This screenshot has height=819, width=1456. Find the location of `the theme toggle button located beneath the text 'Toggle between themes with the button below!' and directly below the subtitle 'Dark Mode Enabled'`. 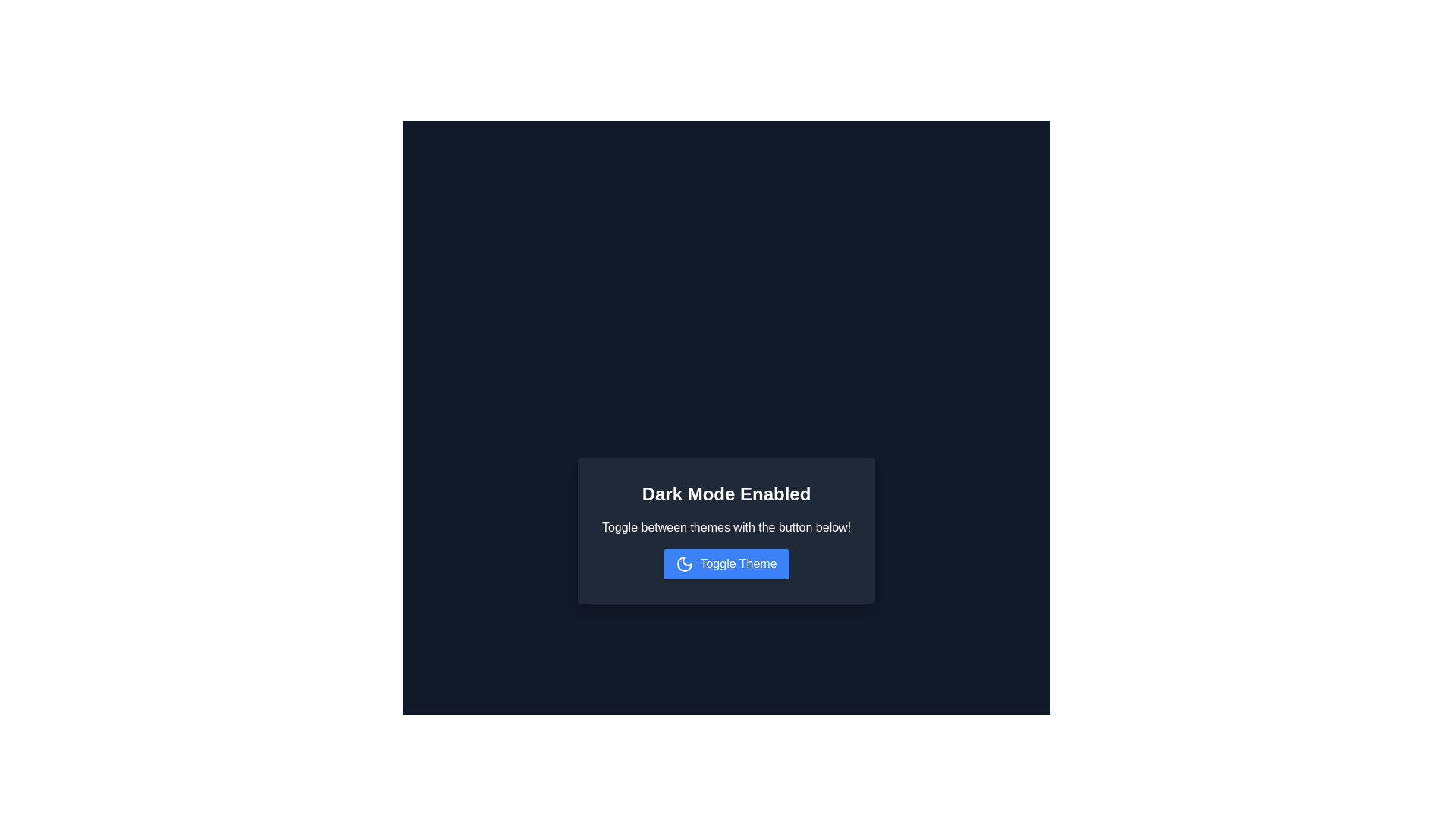

the theme toggle button located beneath the text 'Toggle between themes with the button below!' and directly below the subtitle 'Dark Mode Enabled' is located at coordinates (726, 564).